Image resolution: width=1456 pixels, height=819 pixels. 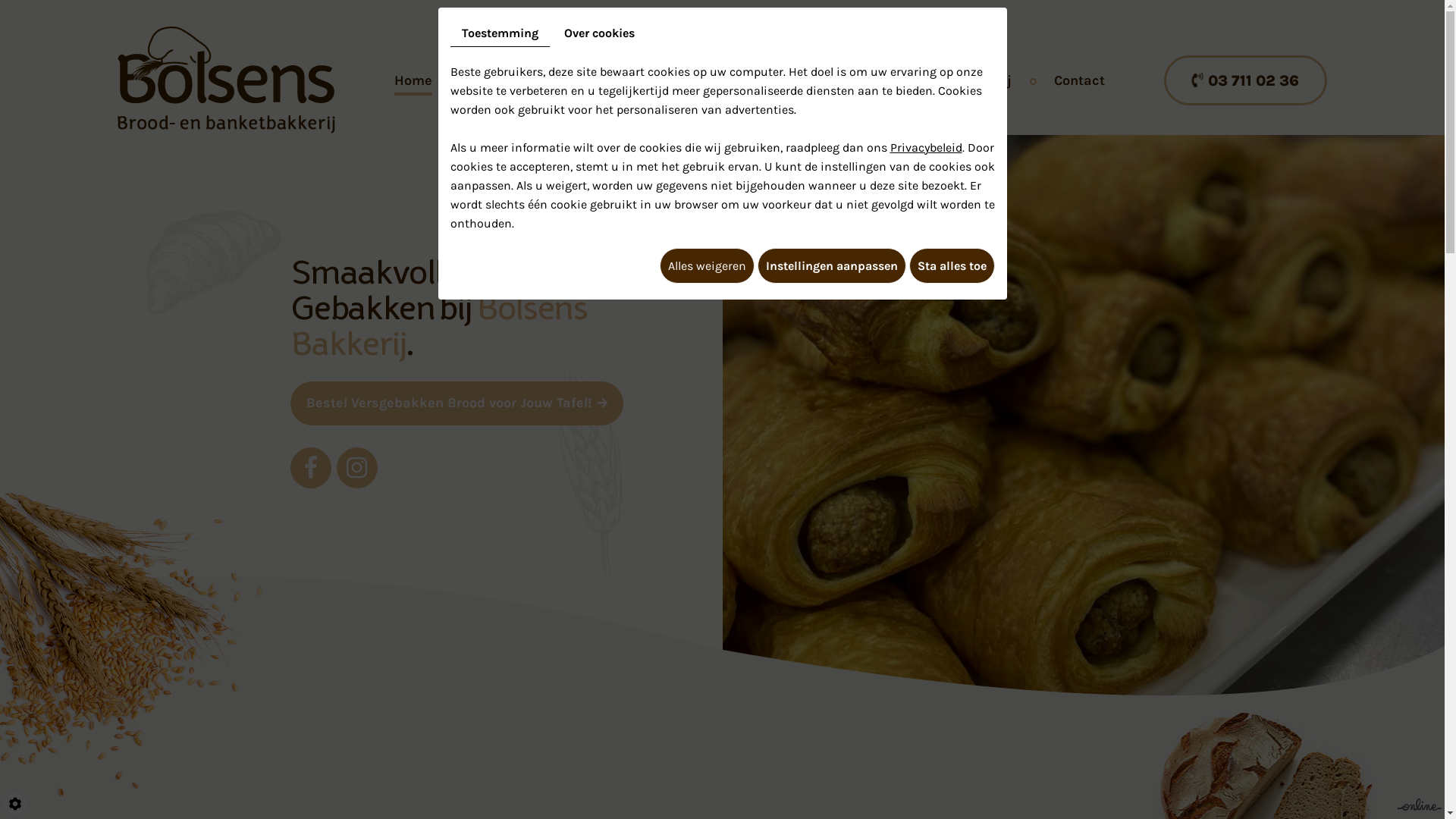 I want to click on 'Cookie-instelling bewerken', so click(x=14, y=803).